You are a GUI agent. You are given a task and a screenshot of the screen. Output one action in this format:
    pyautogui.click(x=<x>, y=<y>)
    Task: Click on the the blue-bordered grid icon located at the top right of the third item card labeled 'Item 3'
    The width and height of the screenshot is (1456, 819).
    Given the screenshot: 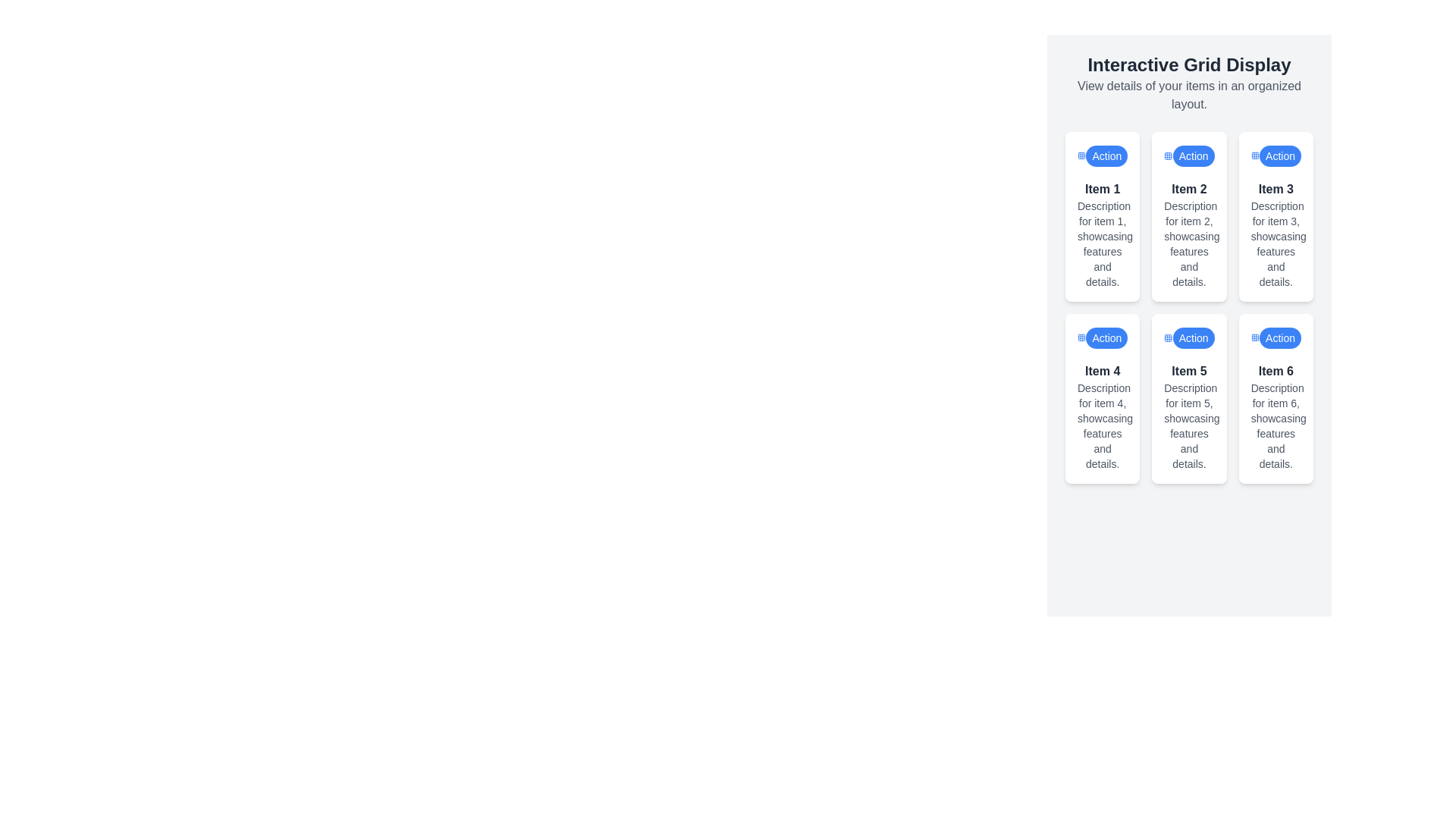 What is the action you would take?
    pyautogui.click(x=1255, y=155)
    